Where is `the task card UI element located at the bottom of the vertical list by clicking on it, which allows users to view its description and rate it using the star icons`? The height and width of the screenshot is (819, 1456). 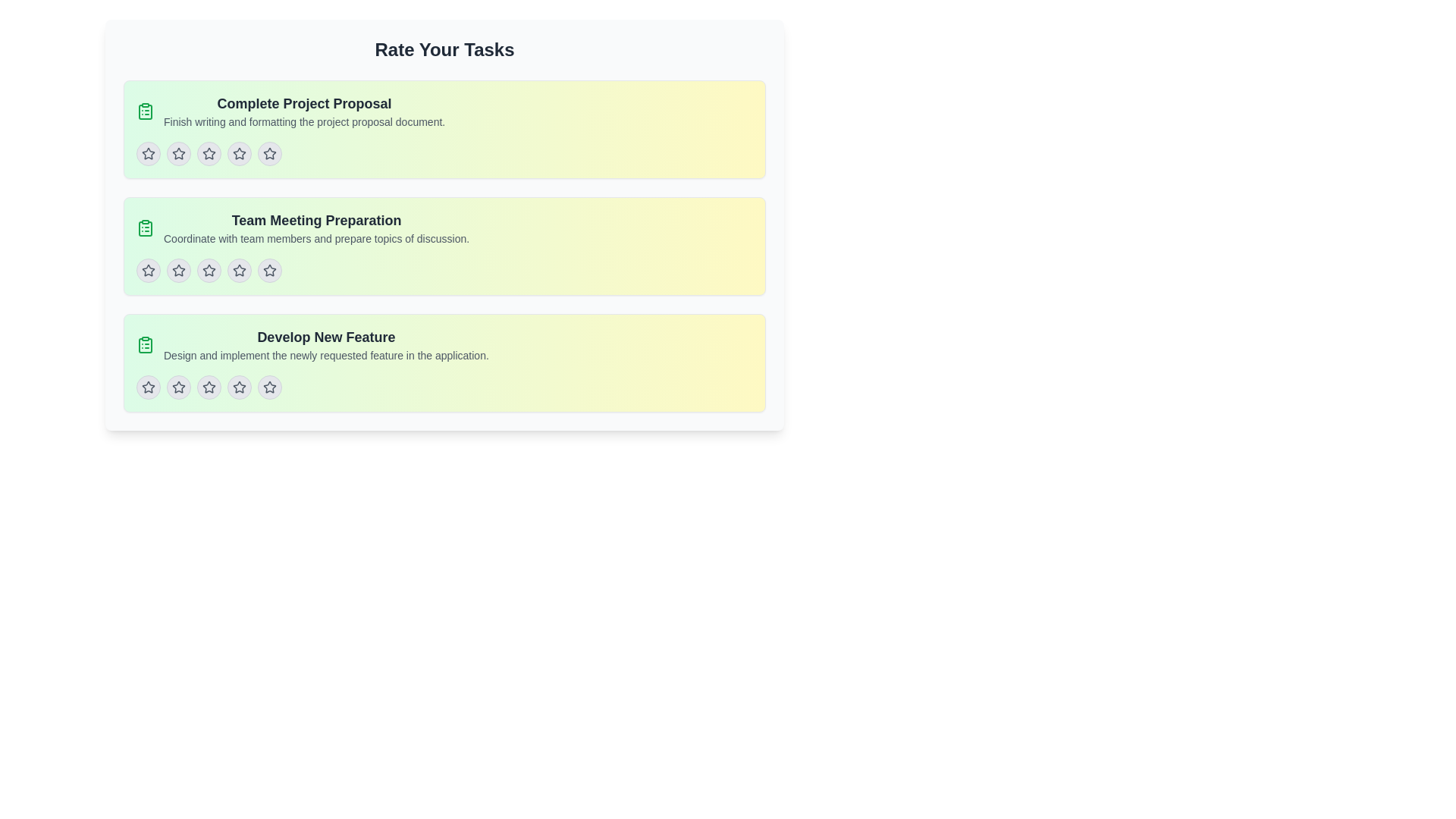
the task card UI element located at the bottom of the vertical list by clicking on it, which allows users to view its description and rate it using the star icons is located at coordinates (444, 362).